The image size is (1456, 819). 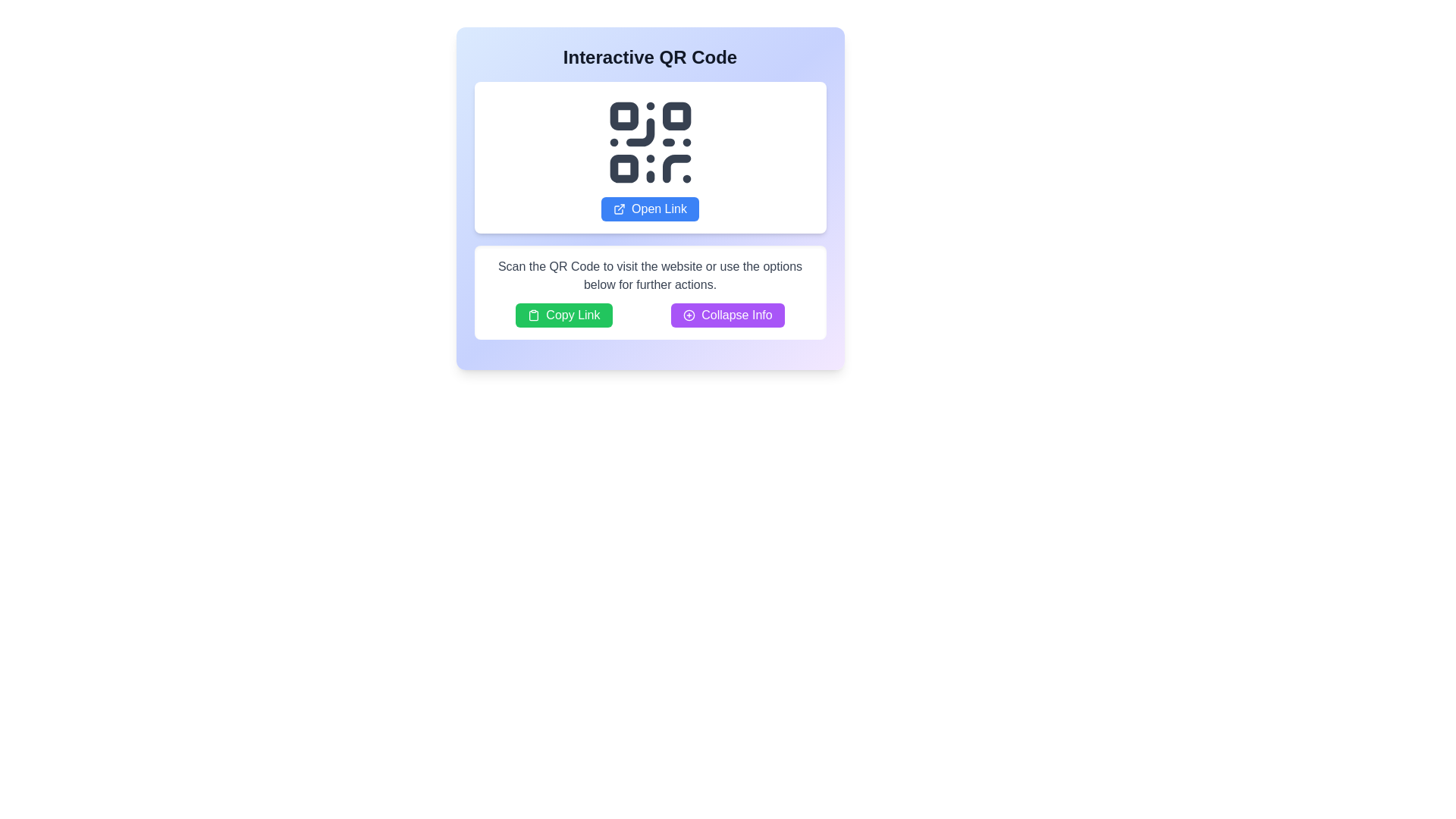 I want to click on the button that opens a link, positioned centrally below the QR code image, so click(x=650, y=209).